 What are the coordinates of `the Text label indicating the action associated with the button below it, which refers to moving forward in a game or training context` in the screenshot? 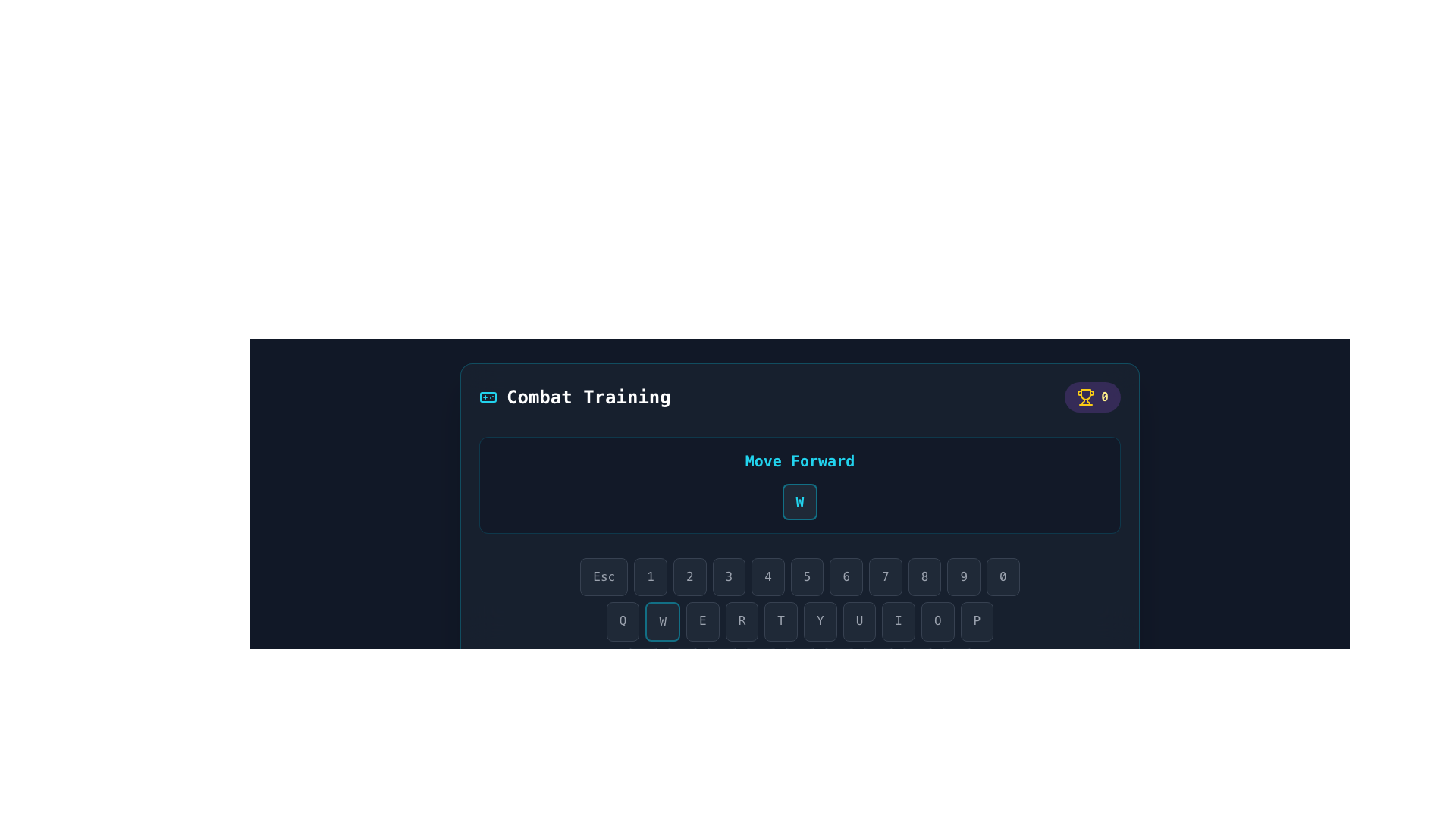 It's located at (799, 460).